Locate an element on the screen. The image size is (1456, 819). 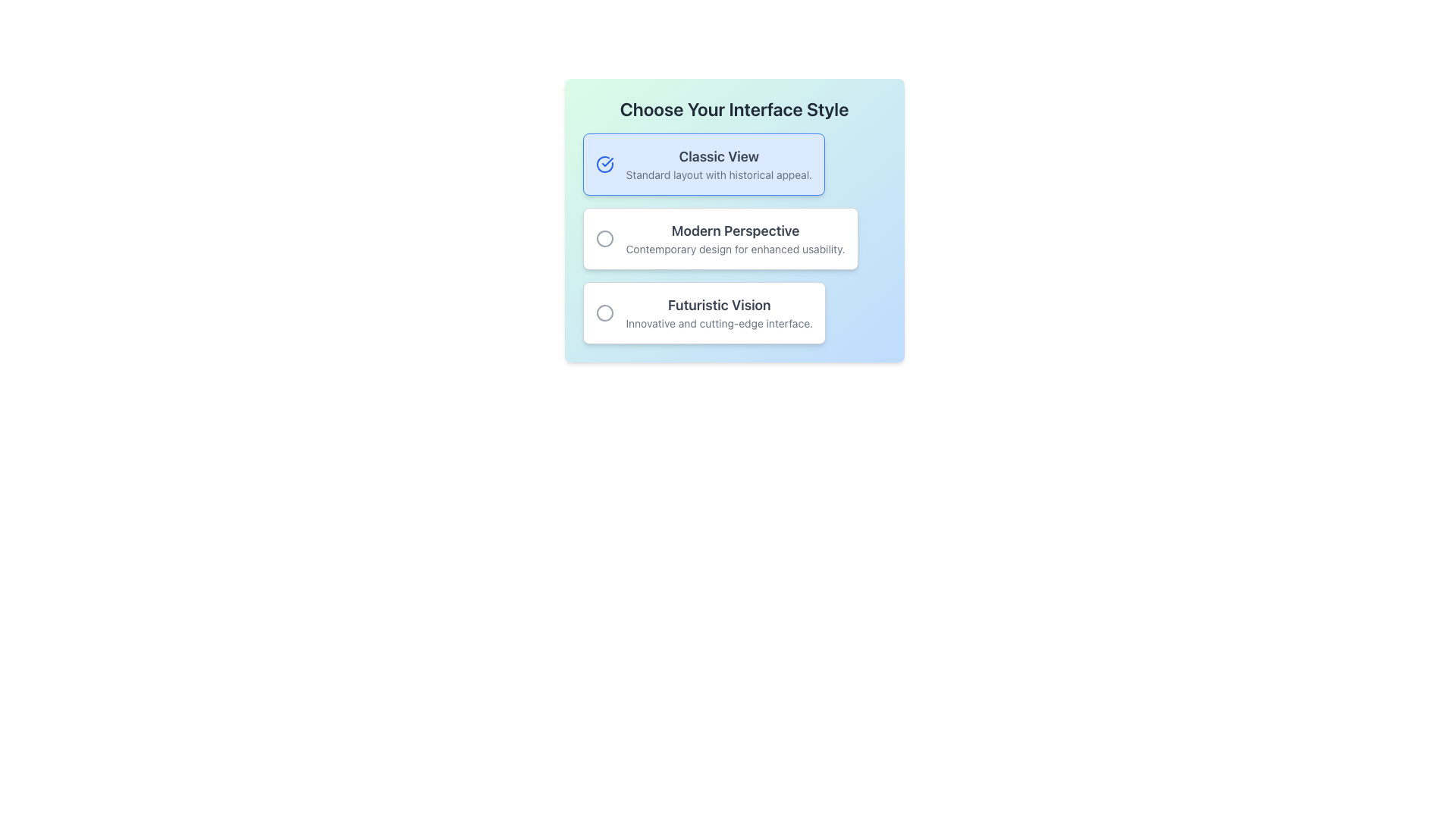
the unselected radio button for the 'Futuristic Vision' option, which is the third option in the list is located at coordinates (604, 312).